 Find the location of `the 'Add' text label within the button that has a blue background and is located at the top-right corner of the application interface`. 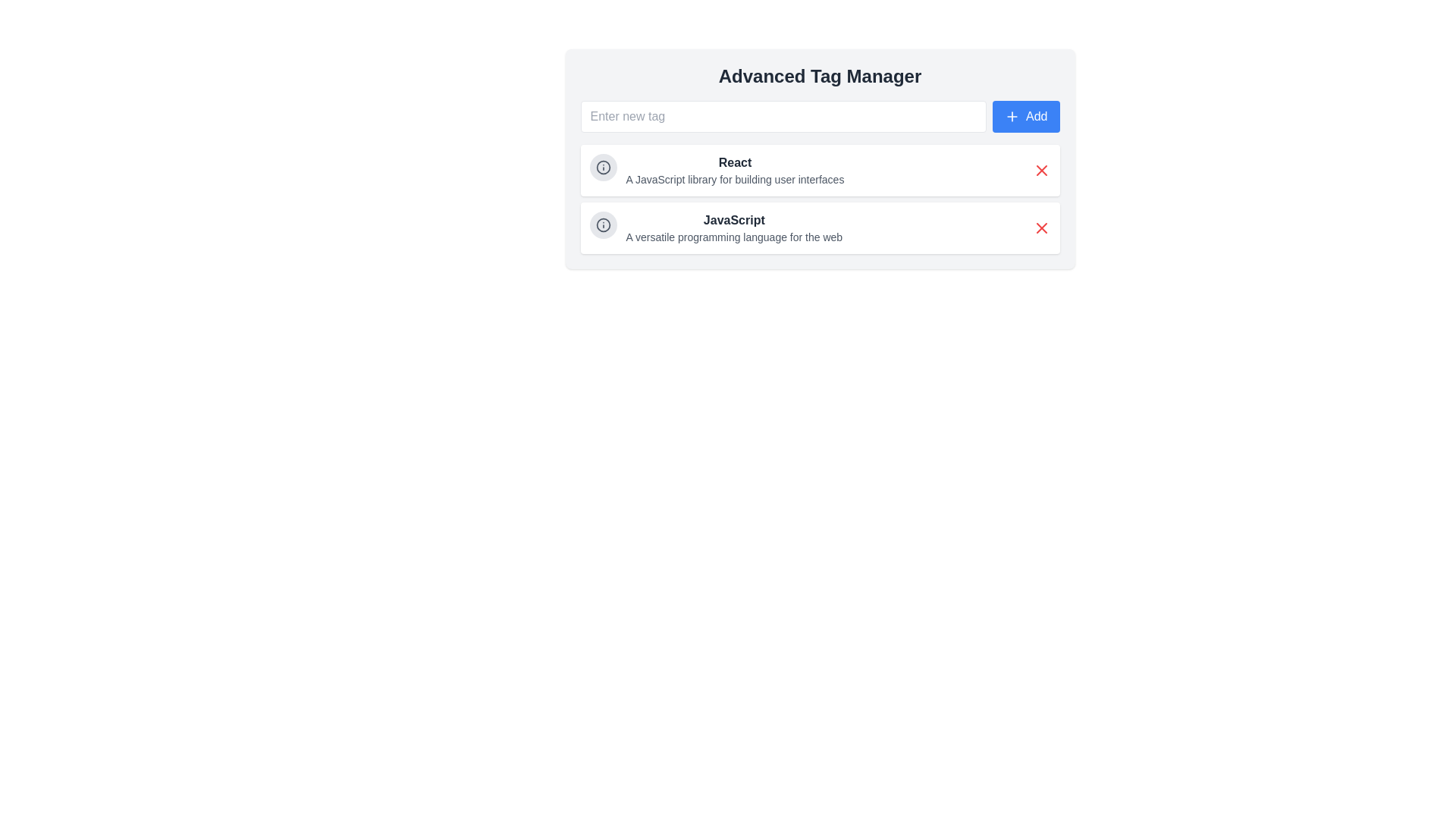

the 'Add' text label within the button that has a blue background and is located at the top-right corner of the application interface is located at coordinates (1036, 116).